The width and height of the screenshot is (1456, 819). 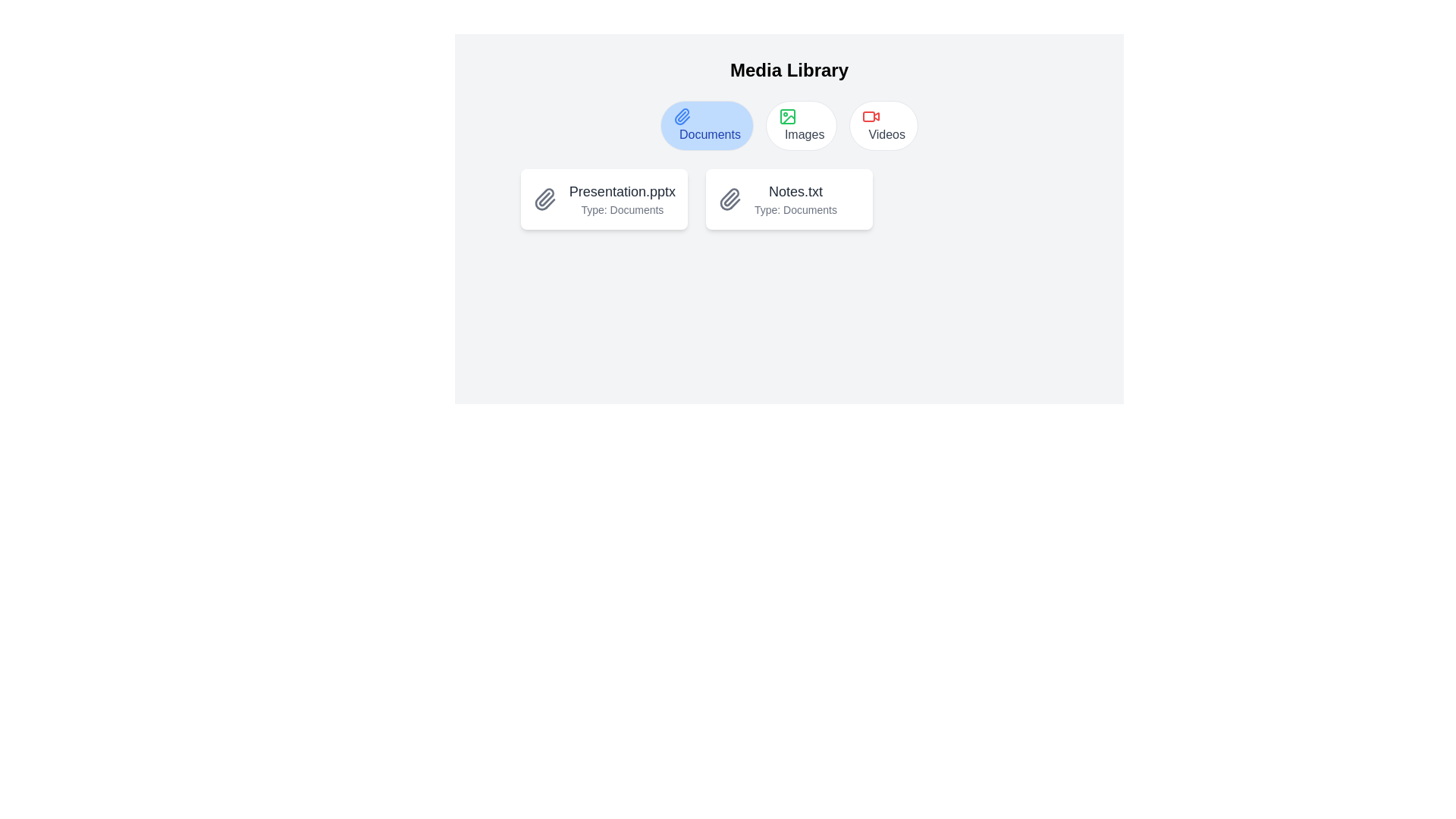 I want to click on the text label located below 'Notes.txt' in the second column, so click(x=795, y=210).